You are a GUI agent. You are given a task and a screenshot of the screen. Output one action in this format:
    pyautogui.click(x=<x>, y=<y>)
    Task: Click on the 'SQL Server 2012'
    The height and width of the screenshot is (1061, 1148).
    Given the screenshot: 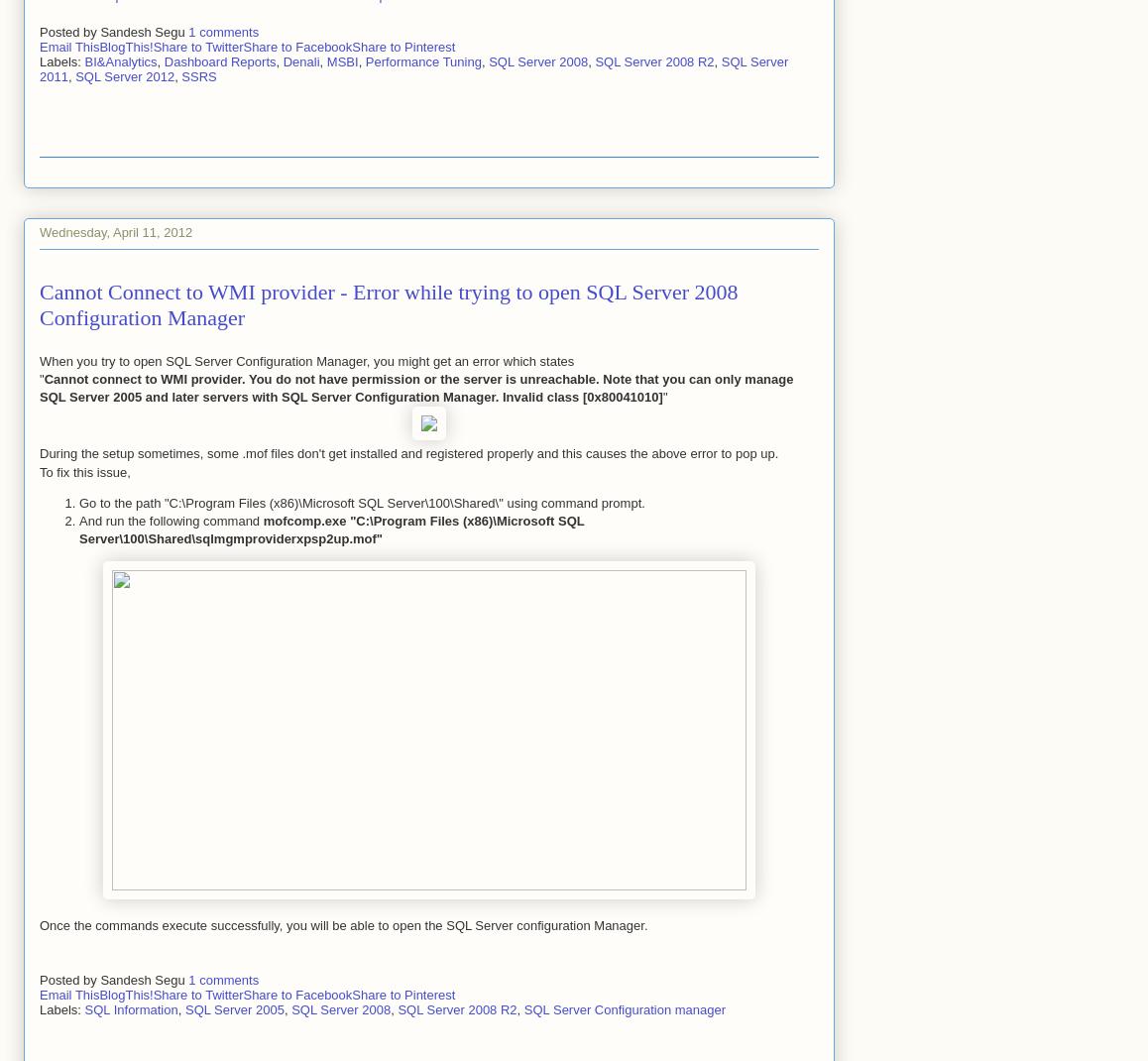 What is the action you would take?
    pyautogui.click(x=123, y=74)
    